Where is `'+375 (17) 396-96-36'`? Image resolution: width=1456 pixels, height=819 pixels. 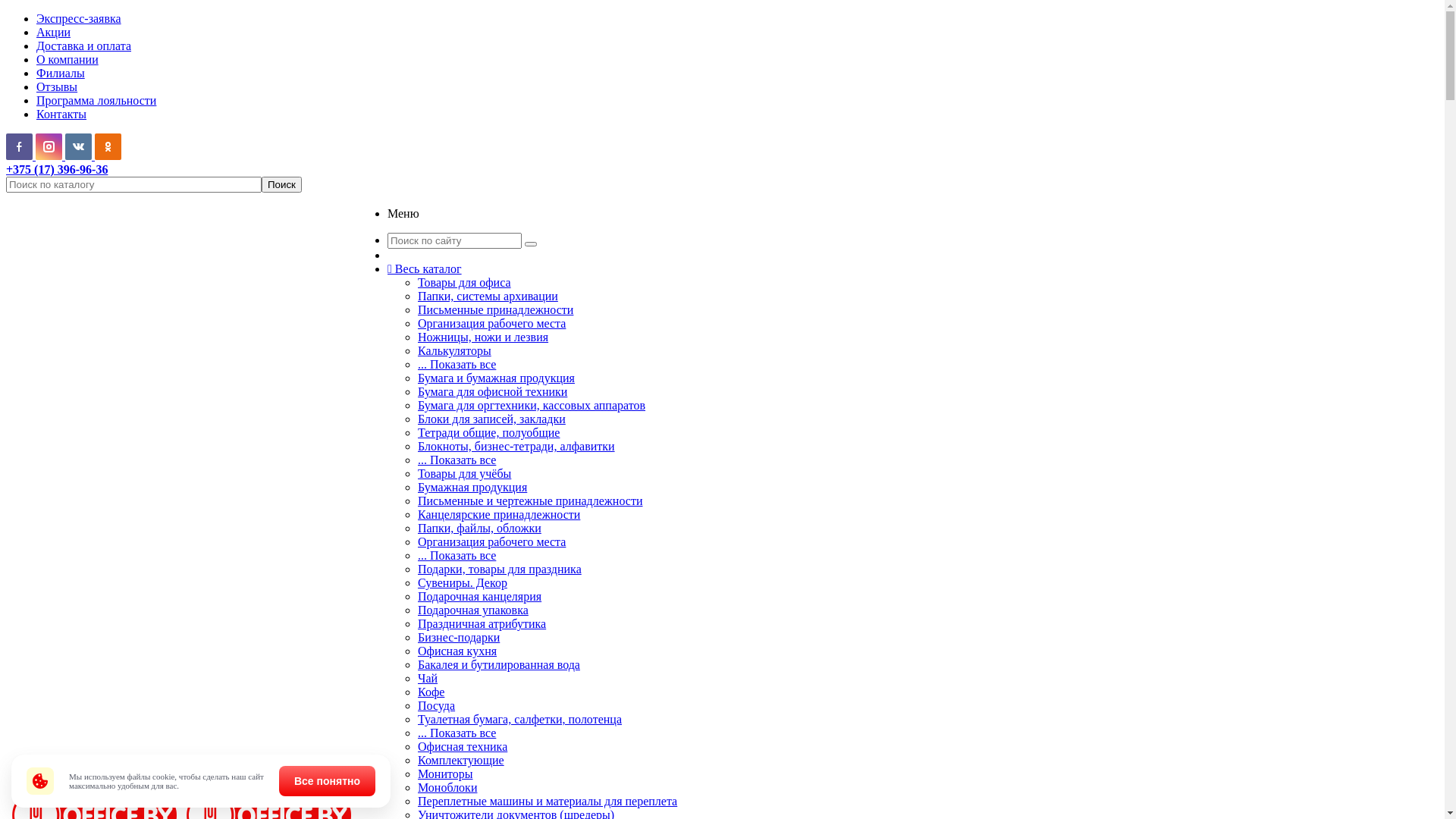 '+375 (17) 396-96-36' is located at coordinates (57, 169).